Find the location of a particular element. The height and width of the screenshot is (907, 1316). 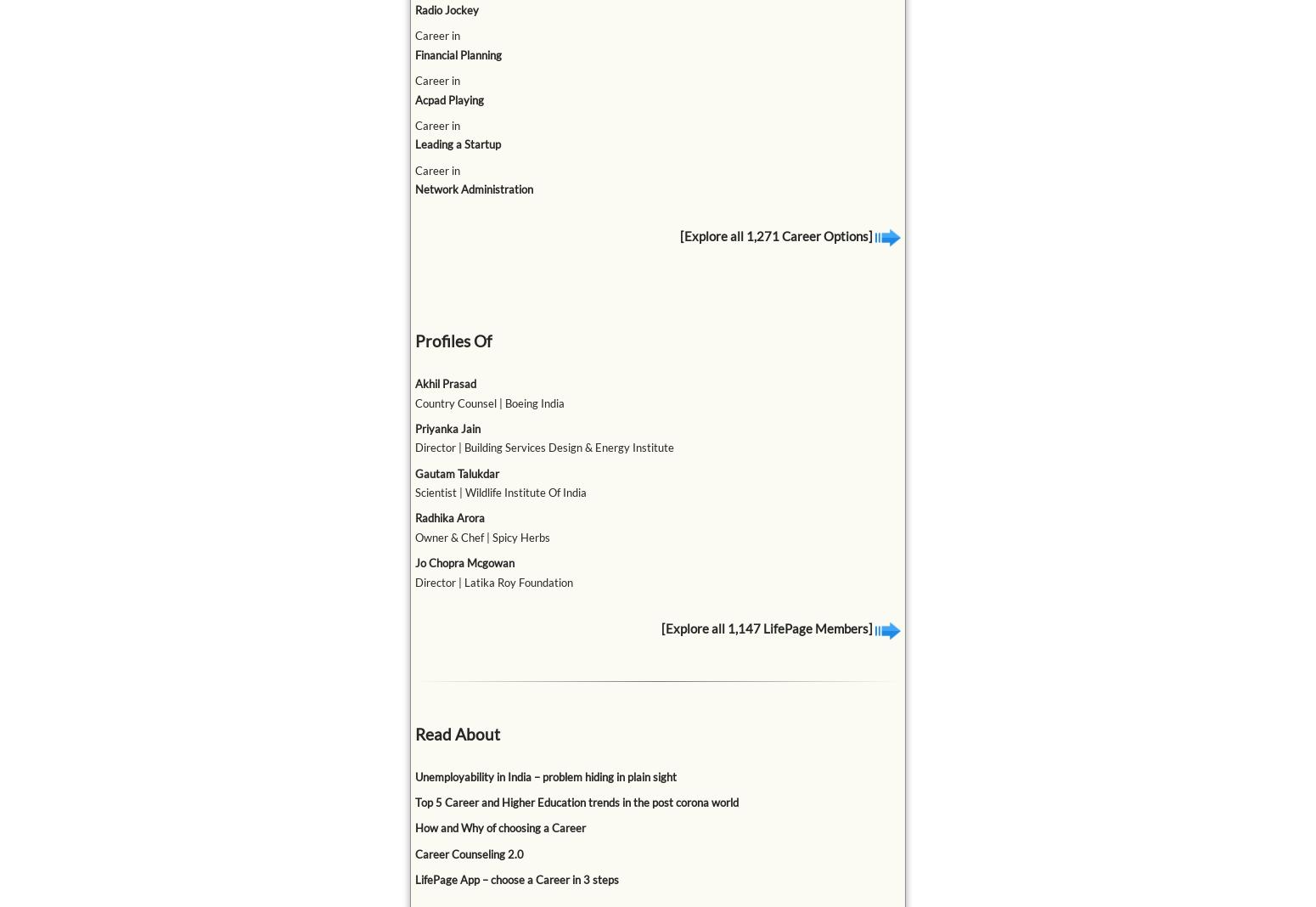

'Radhika Arora' is located at coordinates (448, 517).